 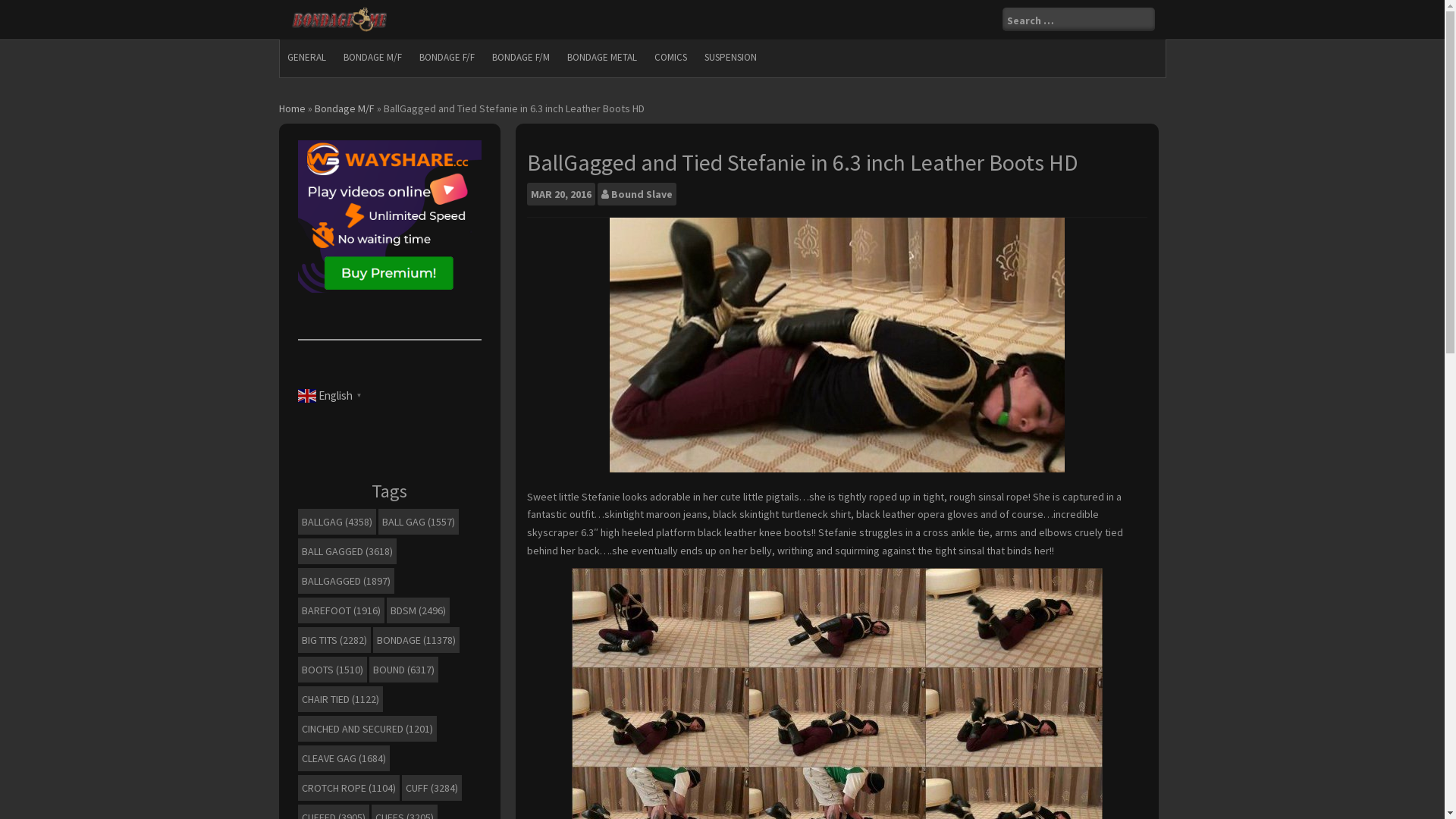 I want to click on 'BIG TITS (2282)', so click(x=333, y=640).